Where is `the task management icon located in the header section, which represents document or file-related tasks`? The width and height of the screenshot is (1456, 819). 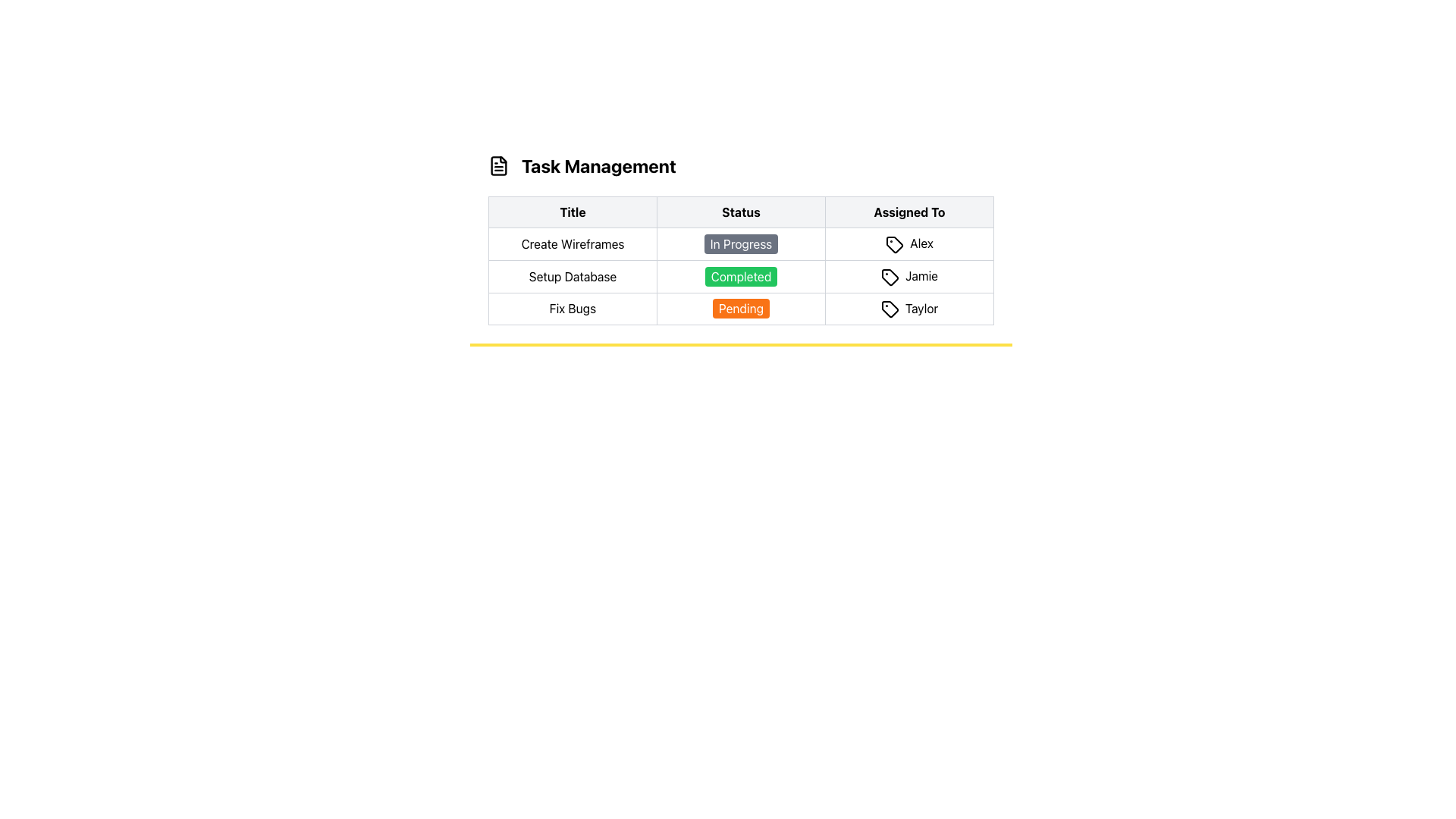 the task management icon located in the header section, which represents document or file-related tasks is located at coordinates (498, 166).